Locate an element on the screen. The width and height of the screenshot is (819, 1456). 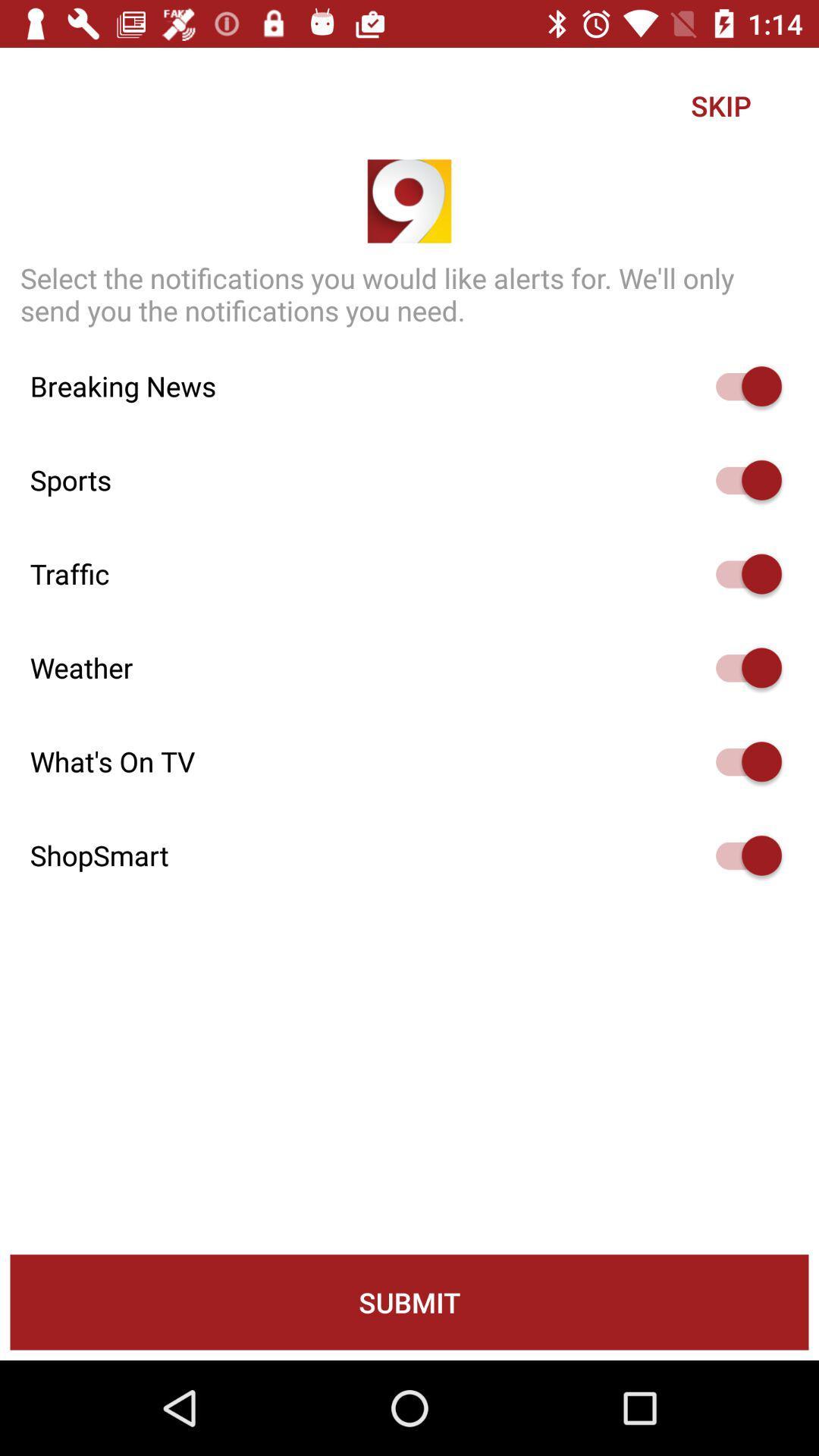
the item above select the notifications item is located at coordinates (720, 105).